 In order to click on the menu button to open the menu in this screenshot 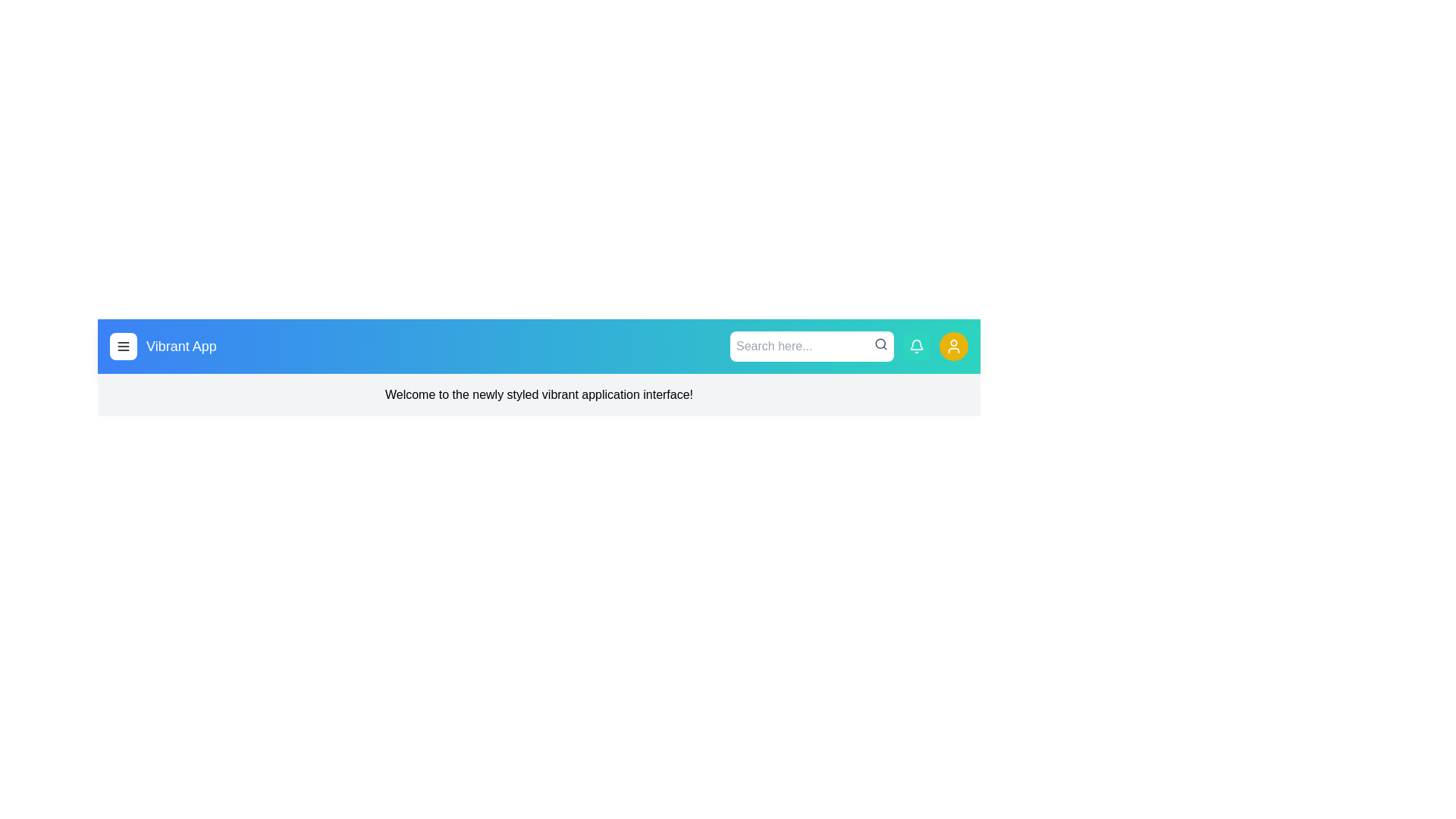, I will do `click(124, 346)`.